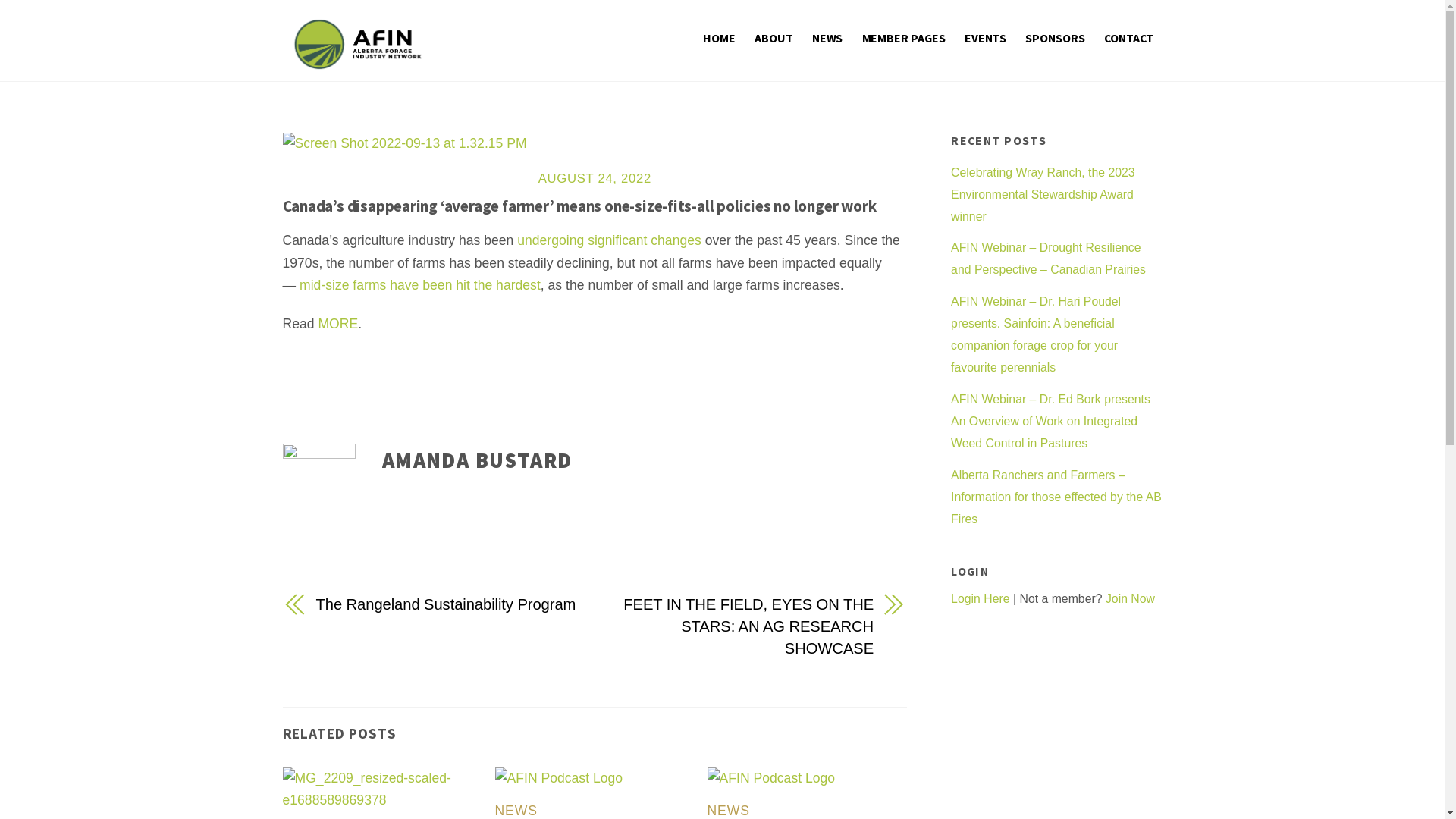 The image size is (1456, 819). I want to click on 'MG_2209_resized-scaled-e1688589869378', so click(382, 789).